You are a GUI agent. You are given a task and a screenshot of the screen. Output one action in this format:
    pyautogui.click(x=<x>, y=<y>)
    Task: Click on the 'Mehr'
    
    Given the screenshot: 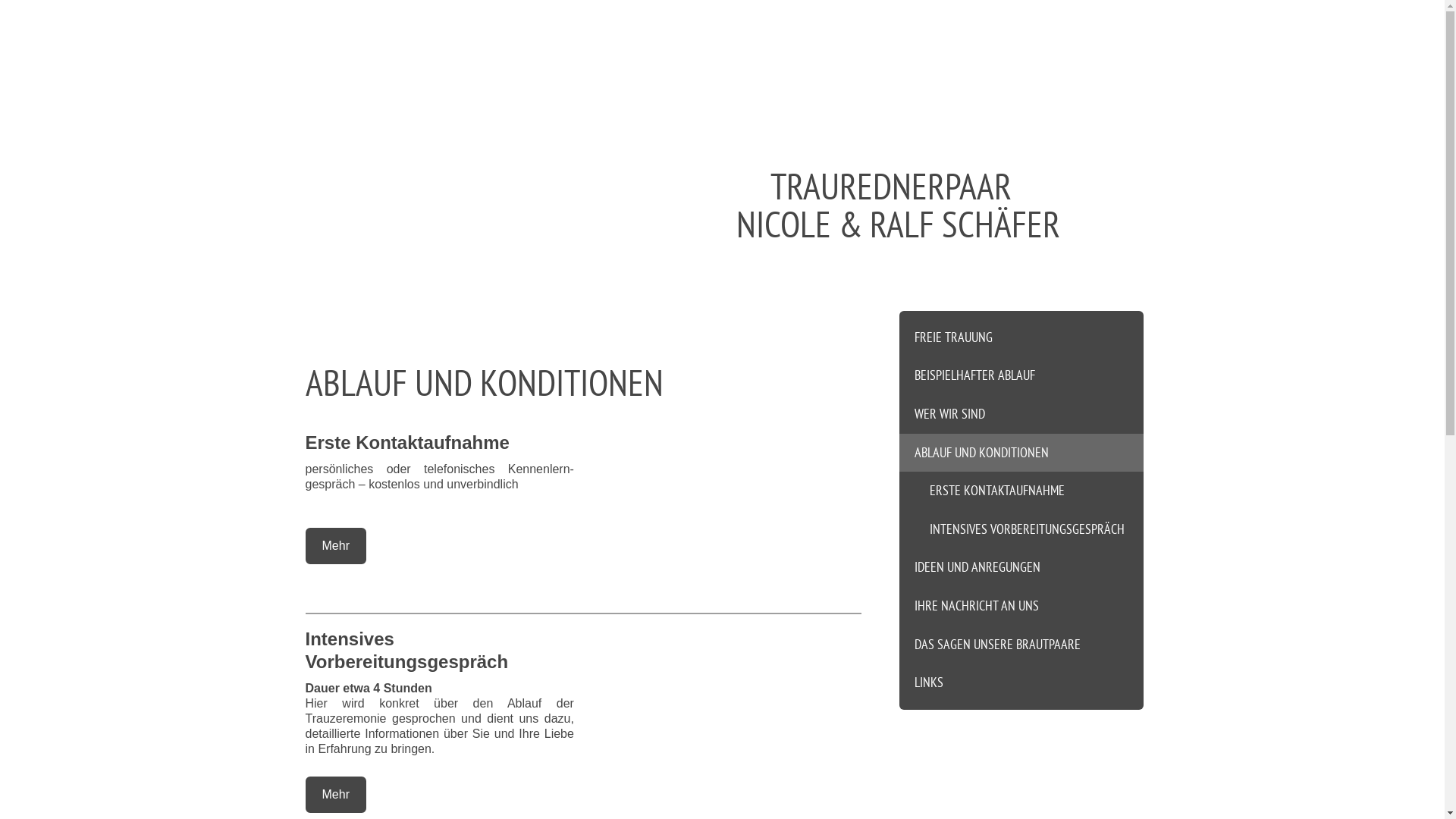 What is the action you would take?
    pyautogui.click(x=334, y=546)
    